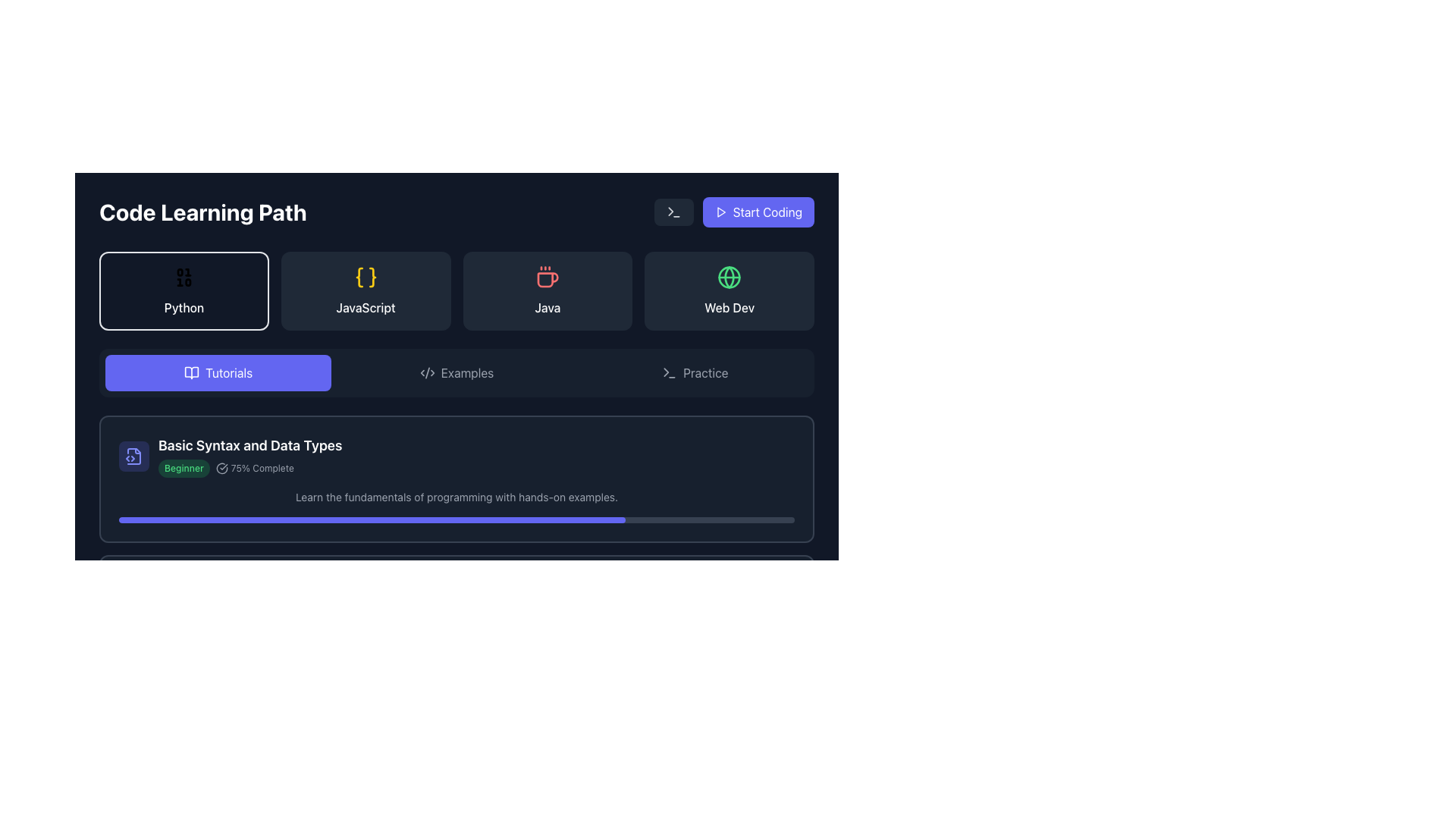  I want to click on the progress value of the thin horizontal progress bar located at the bottom of the 'Basic Syntax and Data Types' card, which has a gray background and a blue filled section representing progress, so click(456, 519).